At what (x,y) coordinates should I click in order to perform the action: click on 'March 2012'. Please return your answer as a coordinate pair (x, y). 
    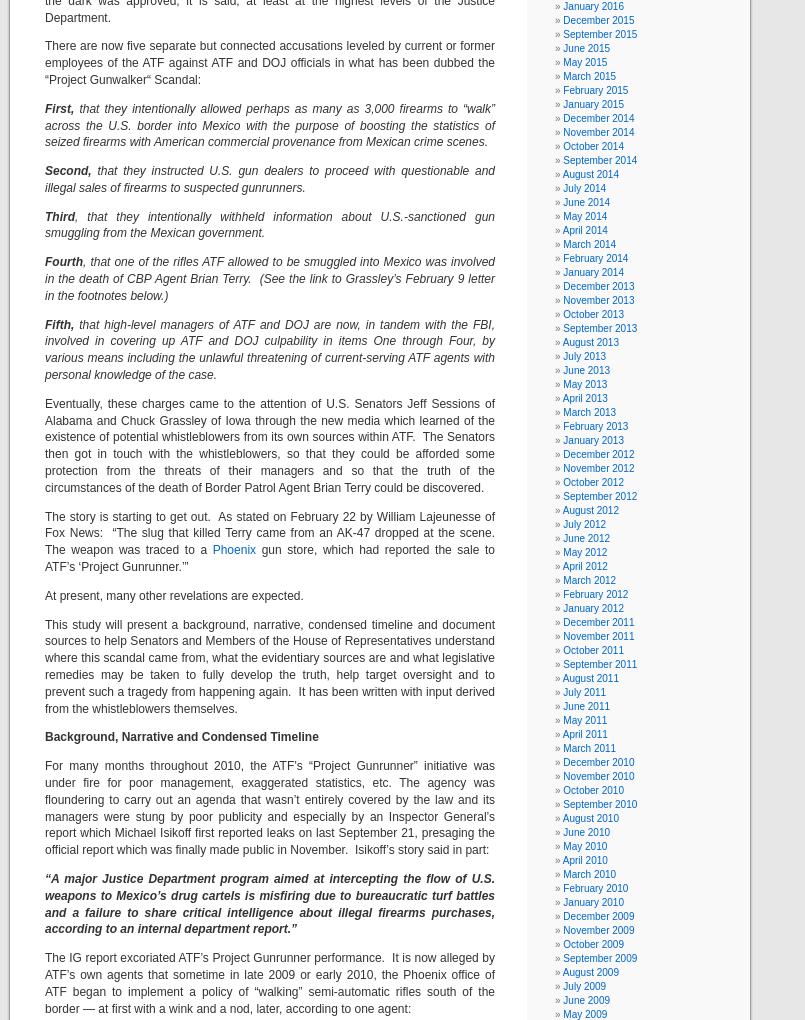
    Looking at the image, I should click on (589, 580).